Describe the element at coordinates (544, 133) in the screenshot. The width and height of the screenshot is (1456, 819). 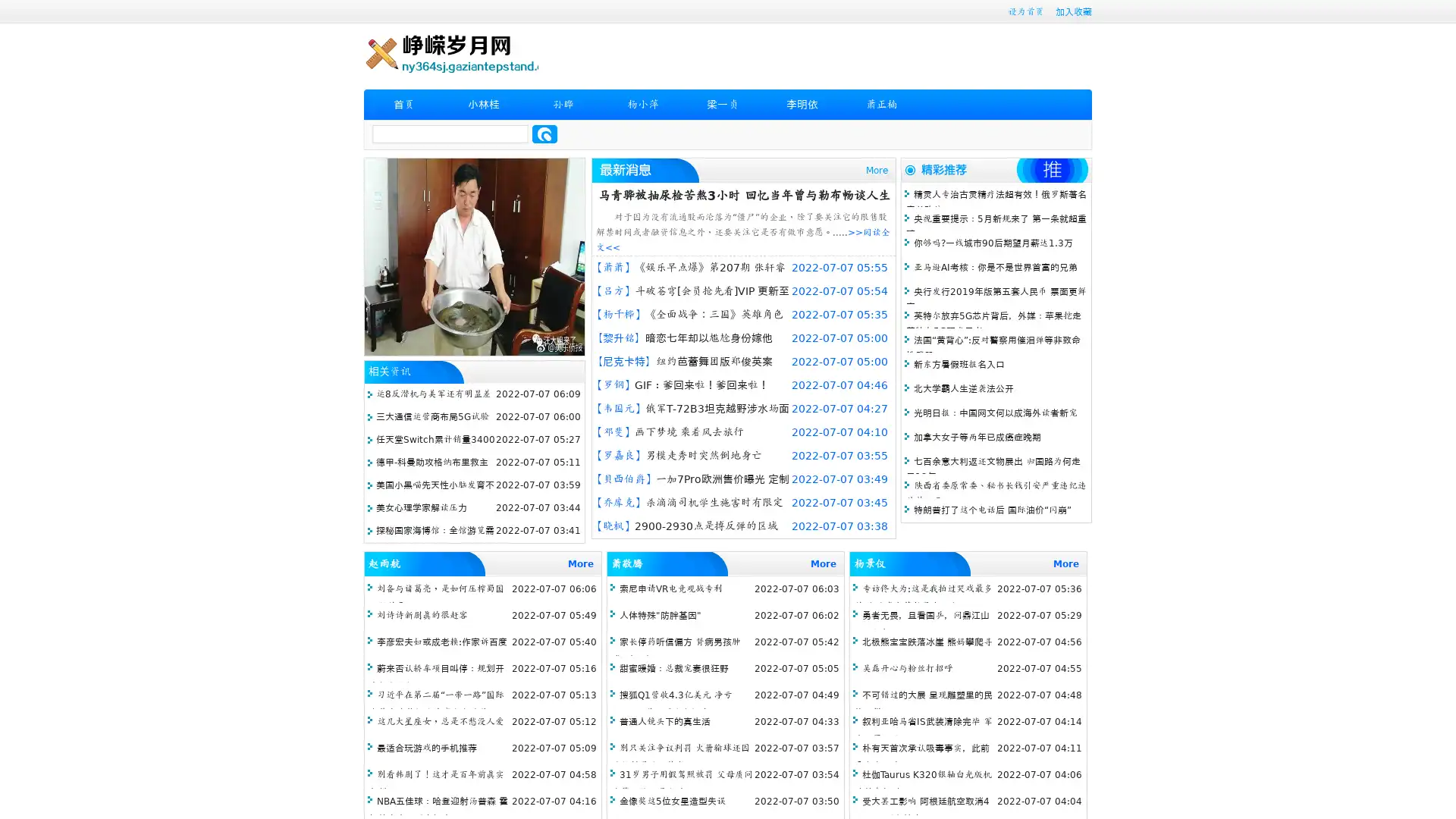
I see `Search` at that location.